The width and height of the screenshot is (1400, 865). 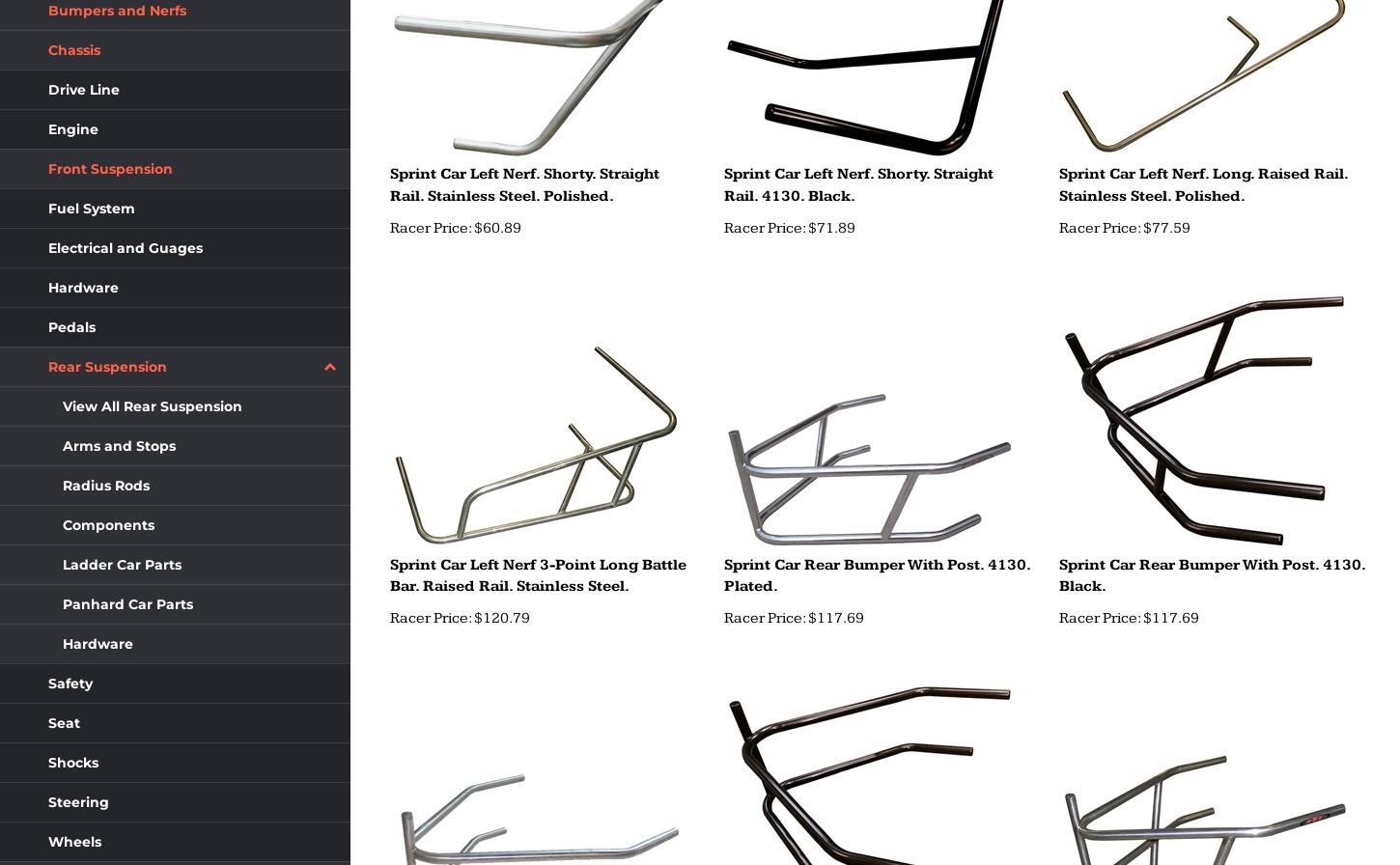 What do you see at coordinates (470, 618) in the screenshot?
I see `'$120.79'` at bounding box center [470, 618].